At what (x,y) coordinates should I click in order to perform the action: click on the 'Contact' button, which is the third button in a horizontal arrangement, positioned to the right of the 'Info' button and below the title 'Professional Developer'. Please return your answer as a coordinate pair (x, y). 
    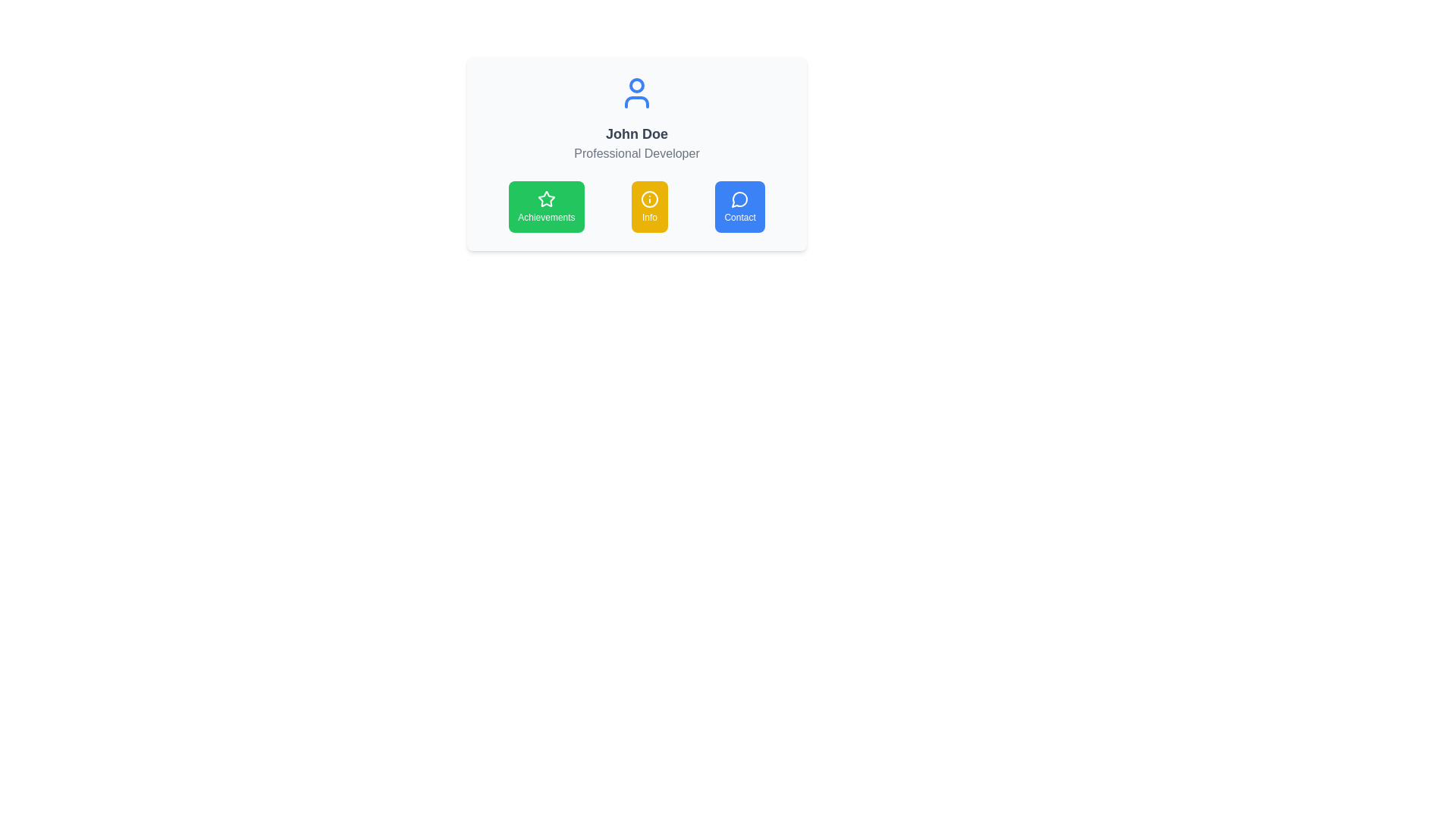
    Looking at the image, I should click on (740, 207).